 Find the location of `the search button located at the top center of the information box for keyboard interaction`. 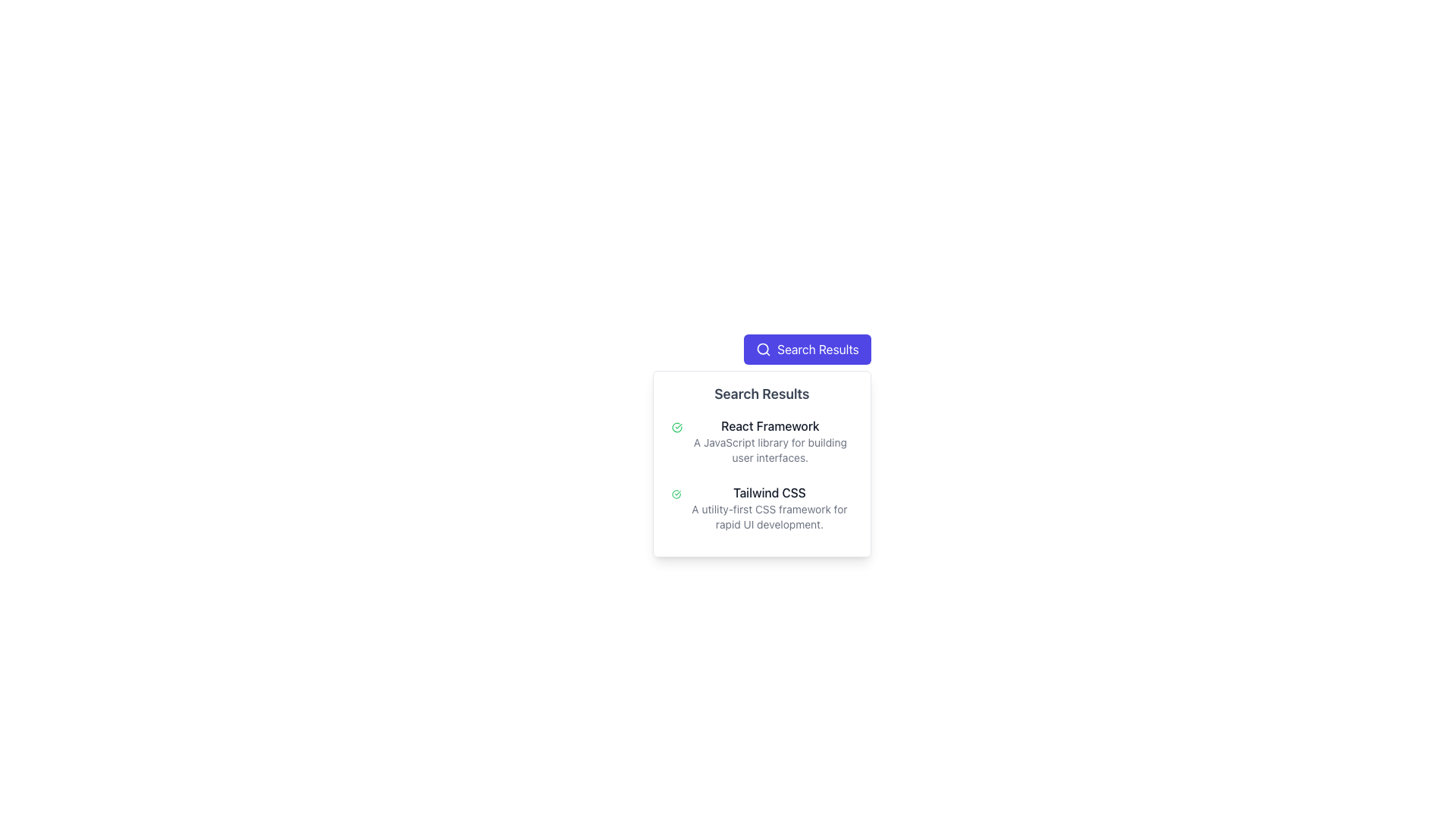

the search button located at the top center of the information box for keyboard interaction is located at coordinates (807, 350).